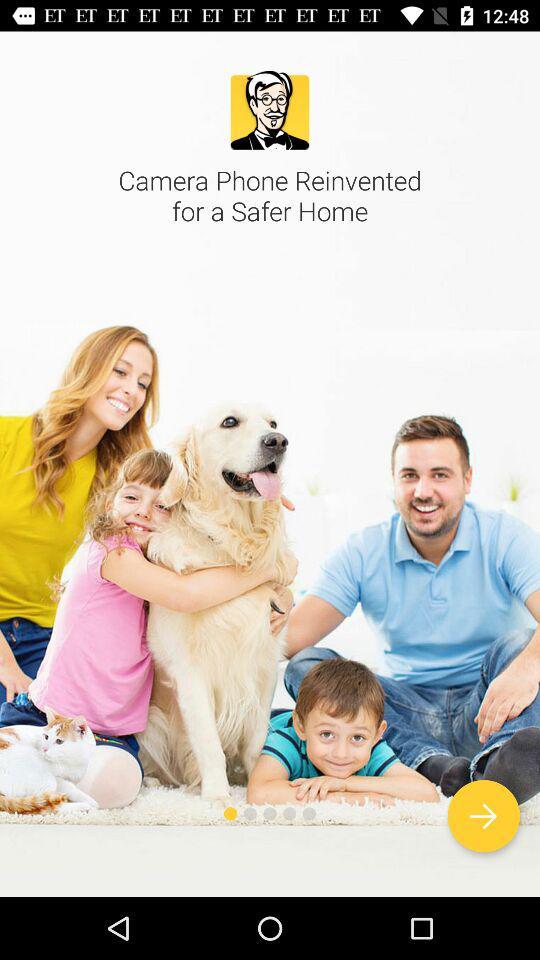  What do you see at coordinates (482, 816) in the screenshot?
I see `next page` at bounding box center [482, 816].